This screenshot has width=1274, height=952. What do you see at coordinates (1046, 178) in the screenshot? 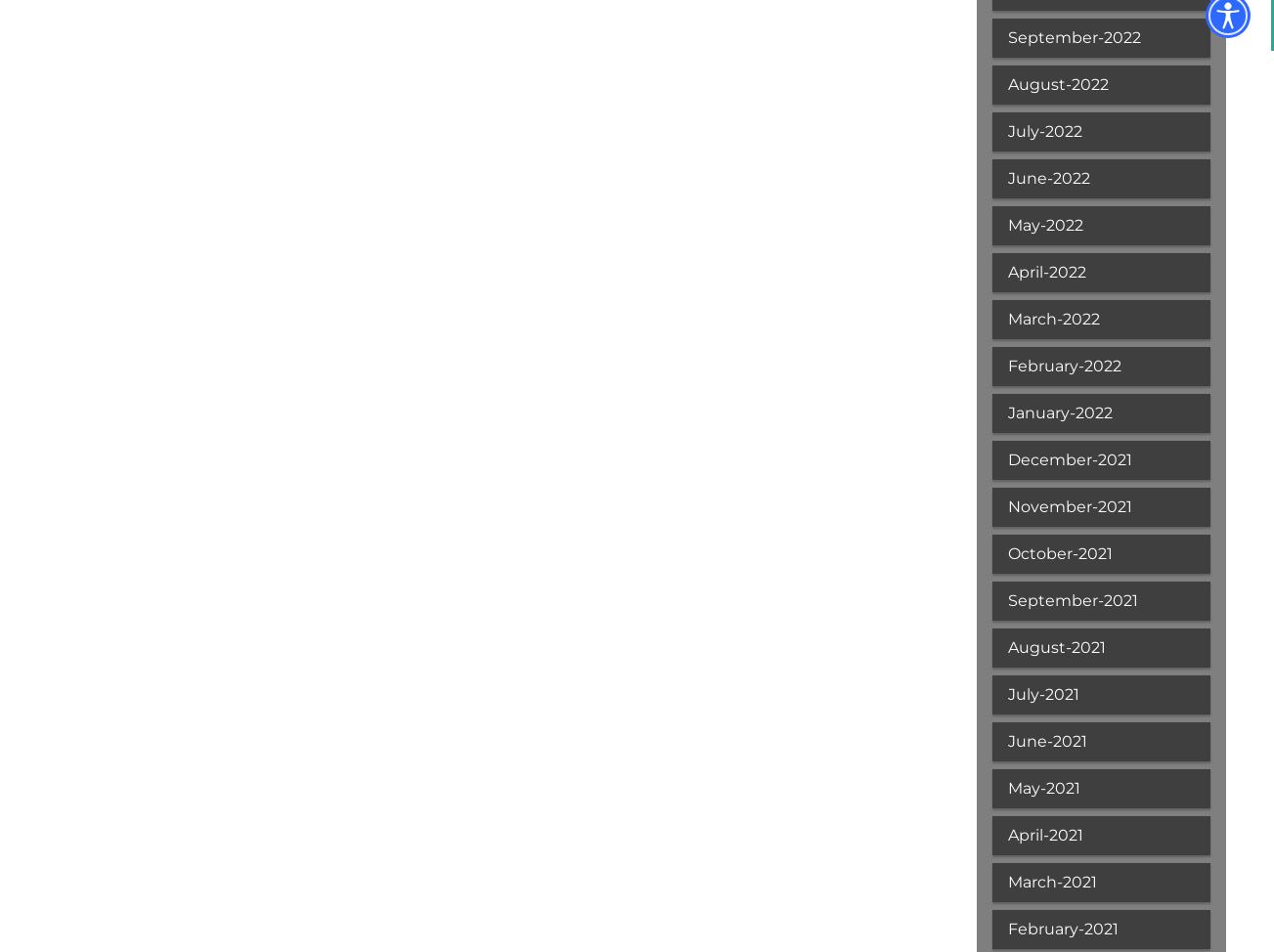
I see `'June-2022'` at bounding box center [1046, 178].